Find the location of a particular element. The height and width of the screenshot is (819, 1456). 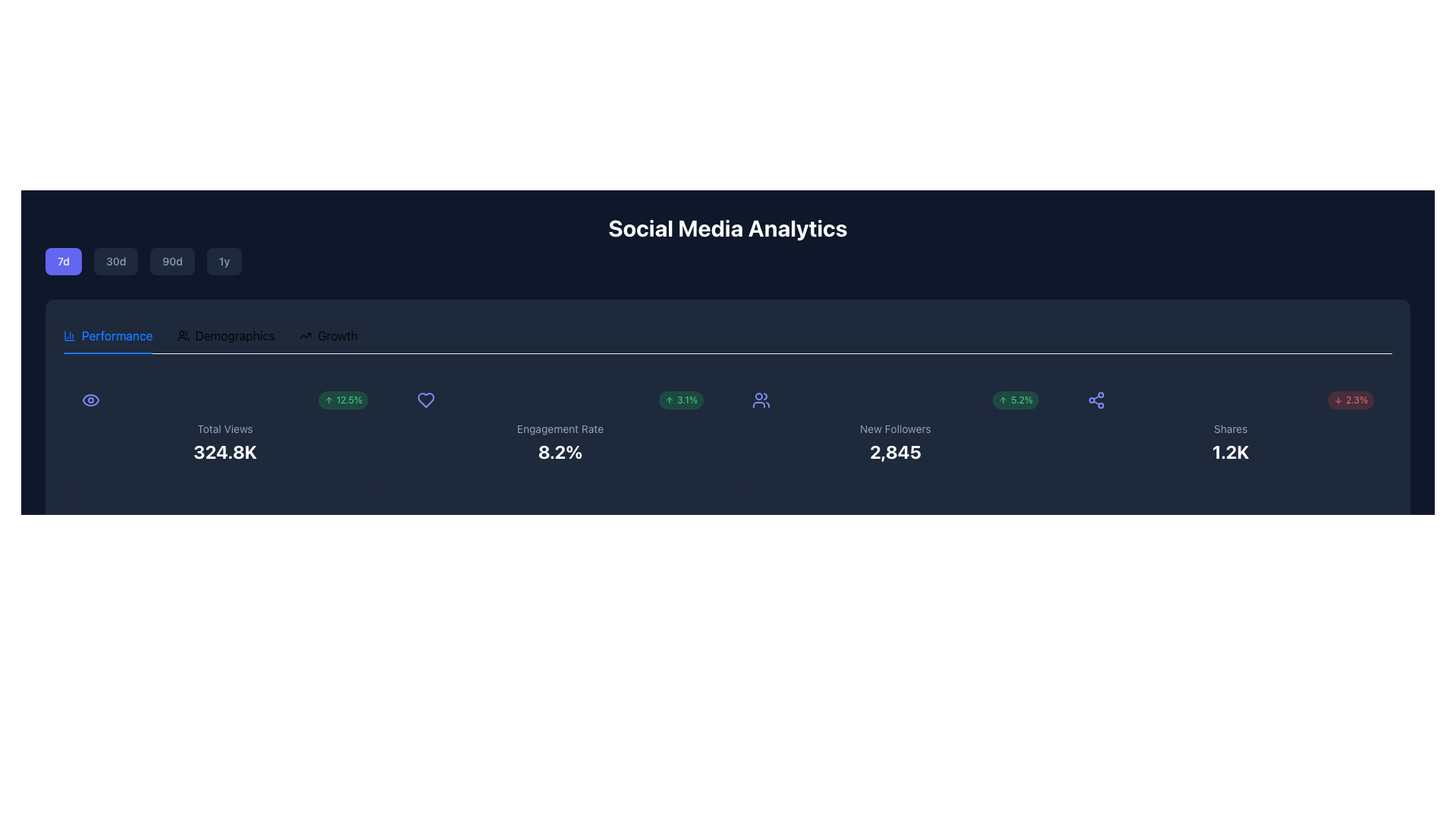

the Tab indicator bar that signifies the currently selected tab under the 'Performance' label in the multi-tab navigation system is located at coordinates (107, 353).